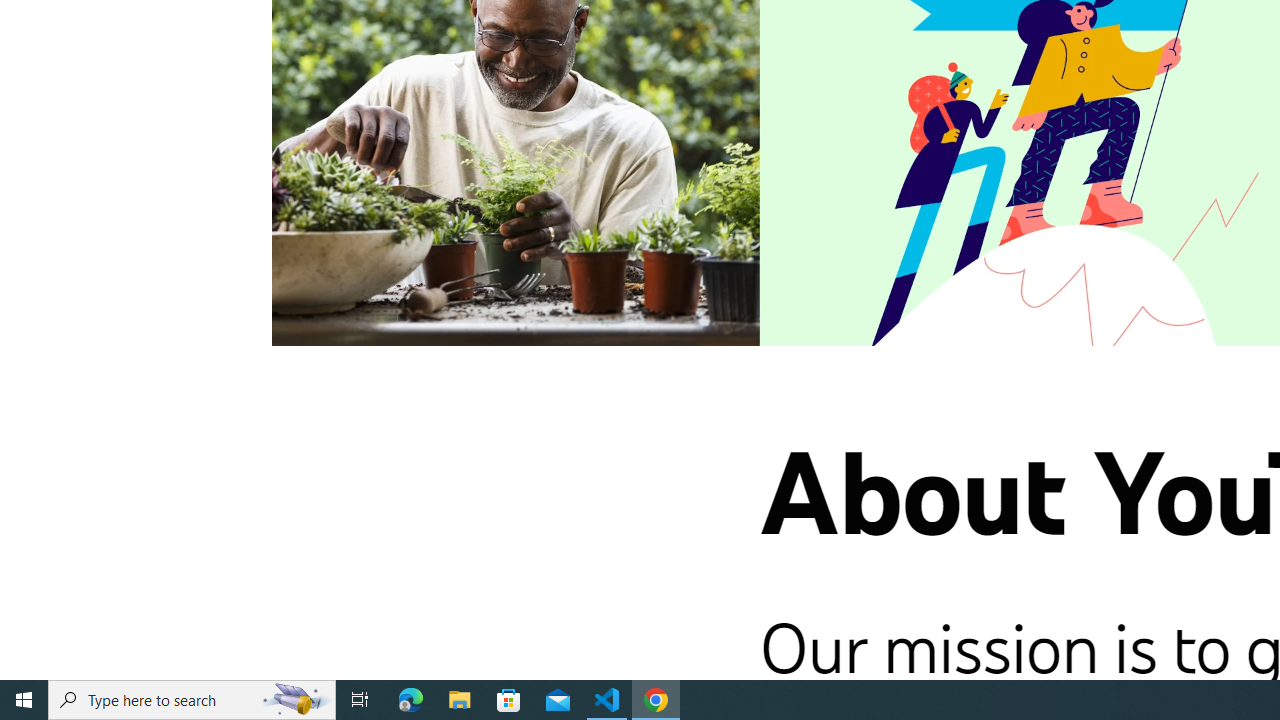 The height and width of the screenshot is (720, 1280). Describe the element at coordinates (294, 698) in the screenshot. I see `'Search highlights icon opens search home window'` at that location.